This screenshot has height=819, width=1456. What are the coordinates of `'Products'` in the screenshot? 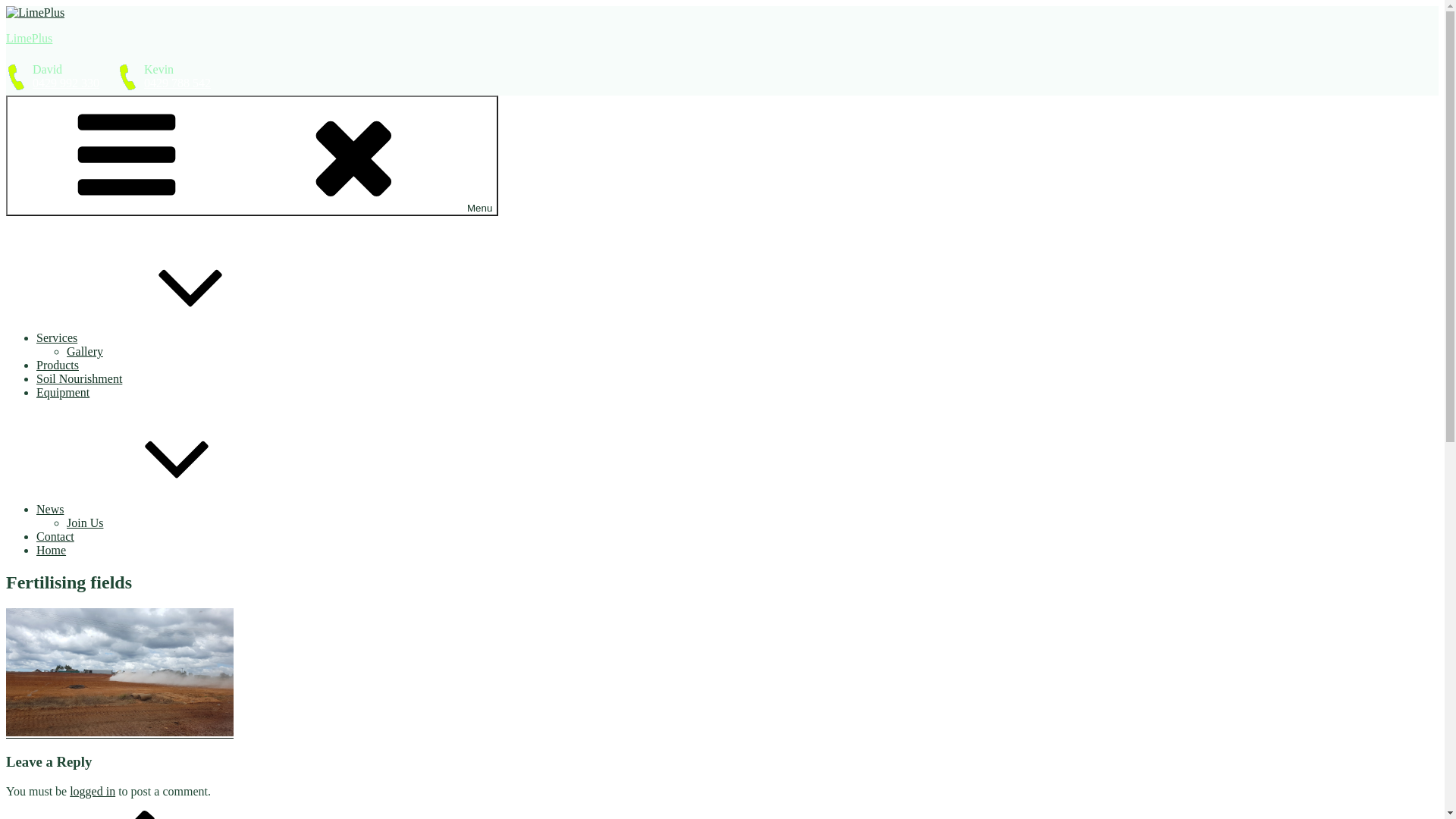 It's located at (36, 365).